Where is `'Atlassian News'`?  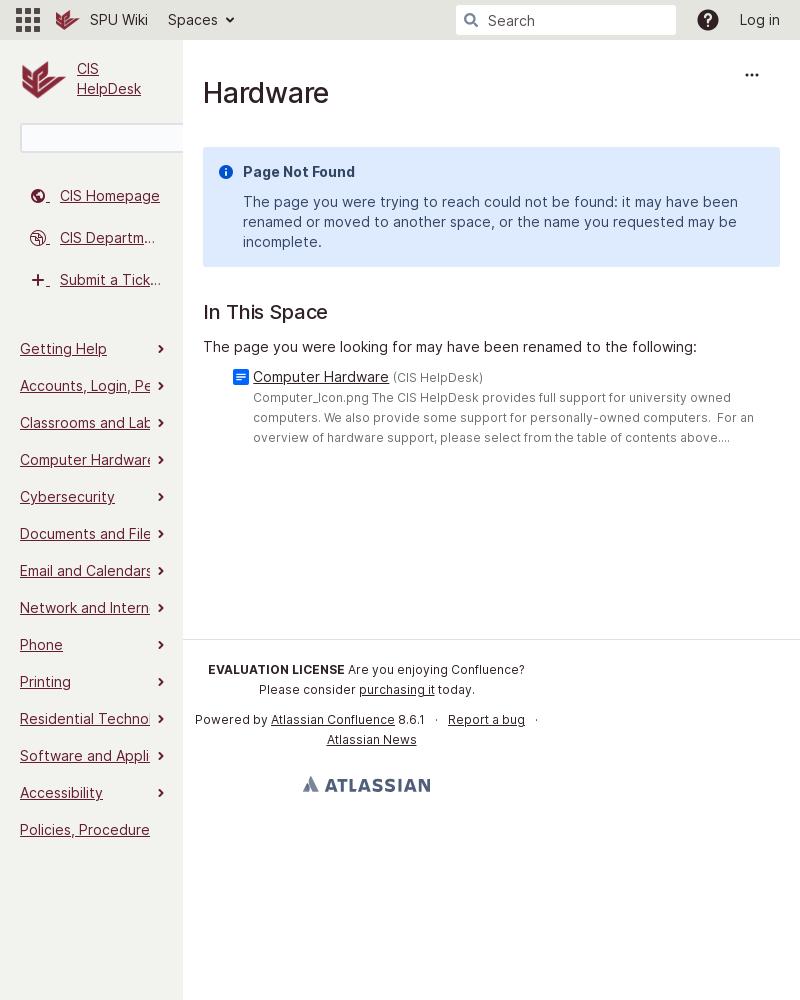
'Atlassian News' is located at coordinates (369, 738).